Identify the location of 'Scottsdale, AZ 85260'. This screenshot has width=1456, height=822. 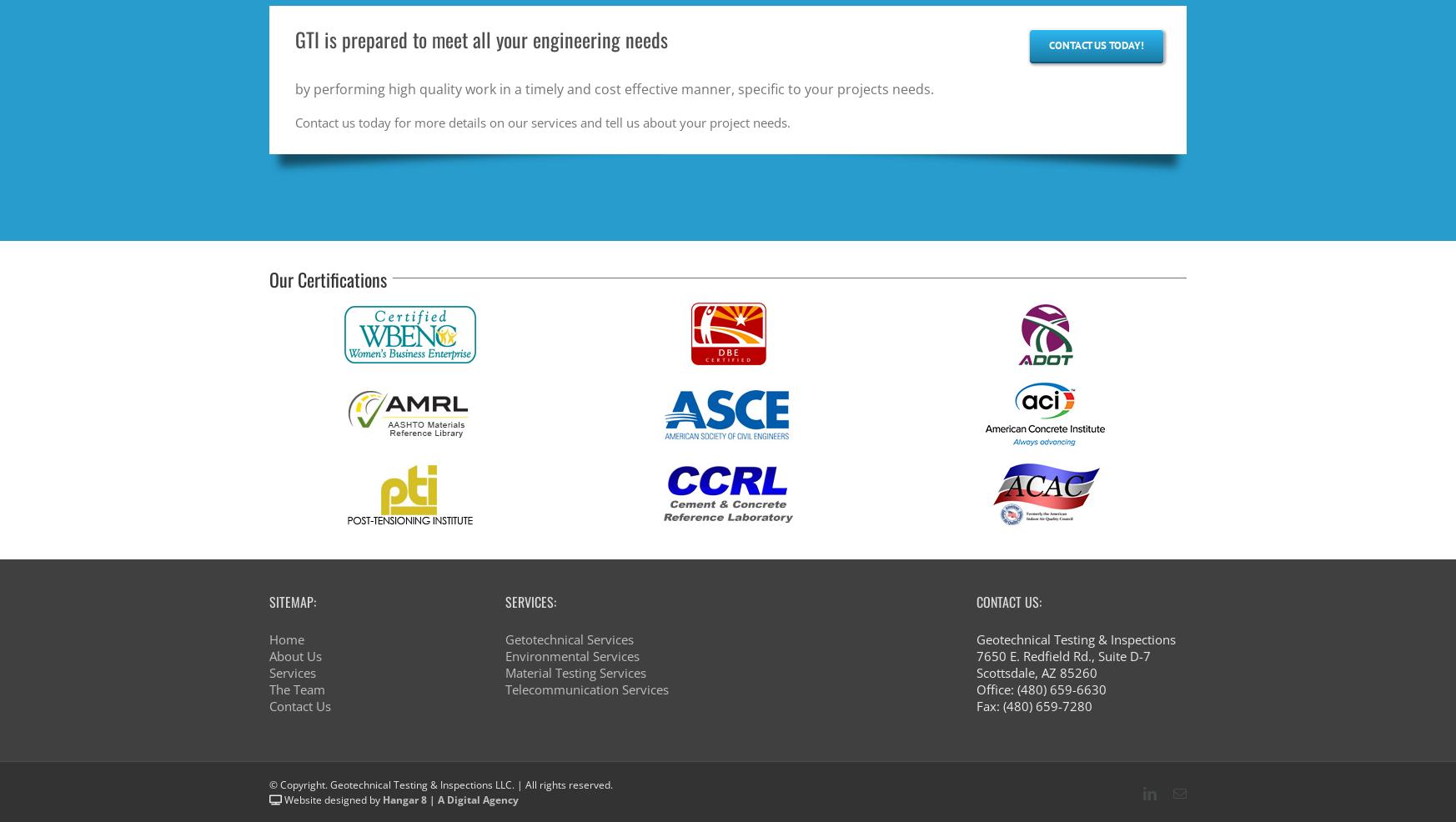
(1035, 674).